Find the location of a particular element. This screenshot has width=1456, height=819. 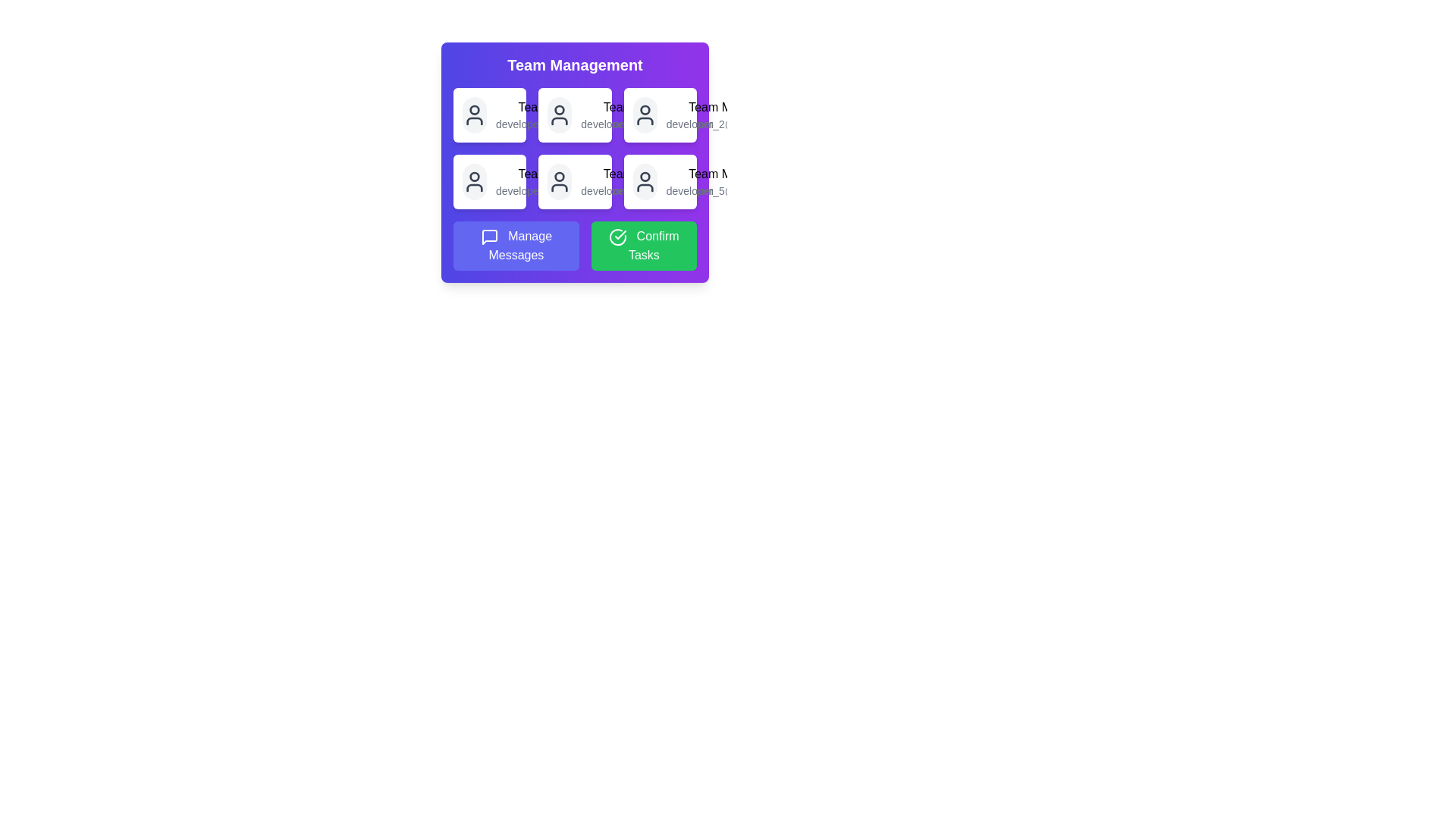

the circular head of the avatar graphic, which is styled in gray and located in the second position of the grid layout is located at coordinates (559, 109).